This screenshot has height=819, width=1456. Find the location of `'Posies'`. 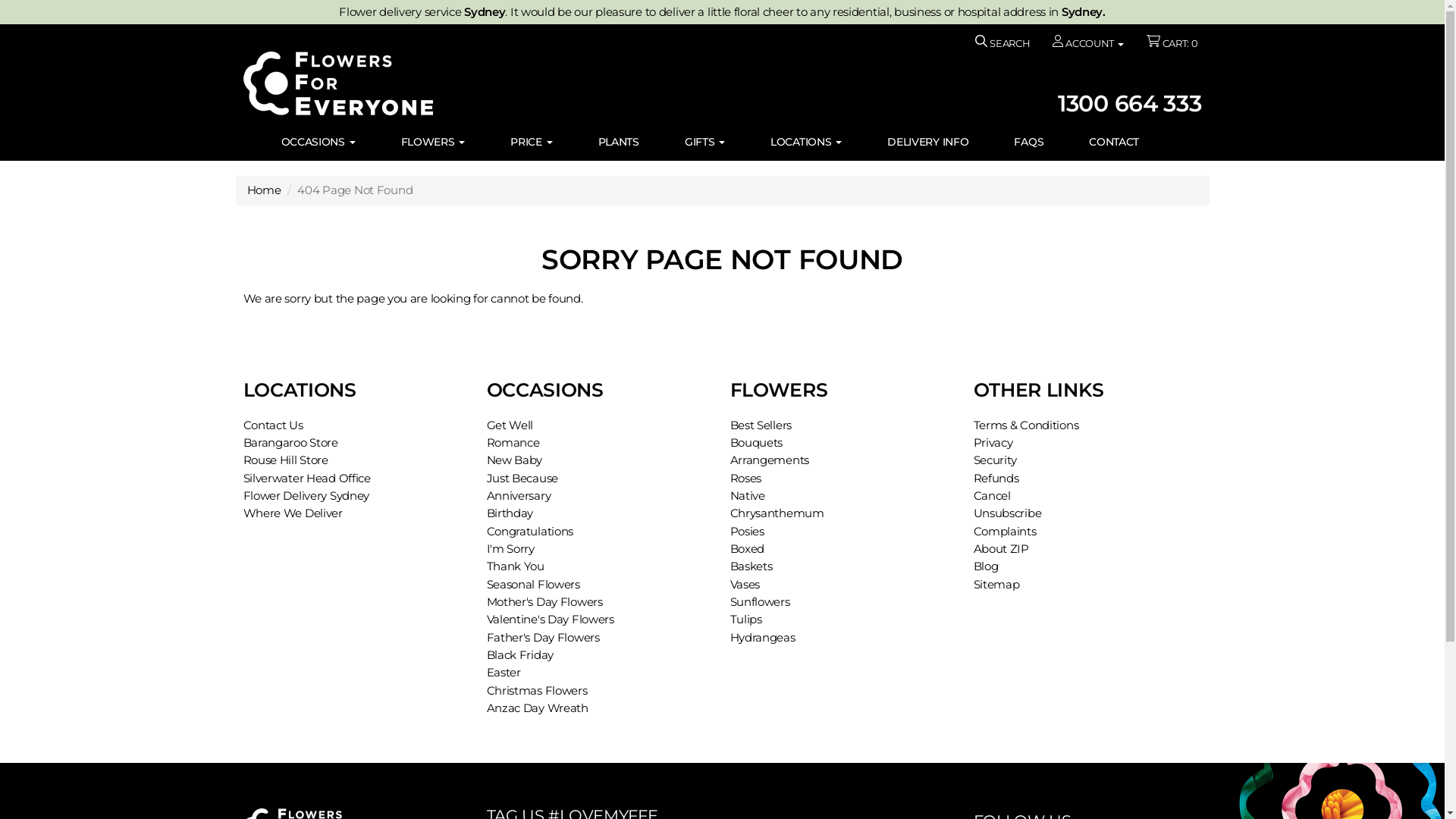

'Posies' is located at coordinates (746, 531).